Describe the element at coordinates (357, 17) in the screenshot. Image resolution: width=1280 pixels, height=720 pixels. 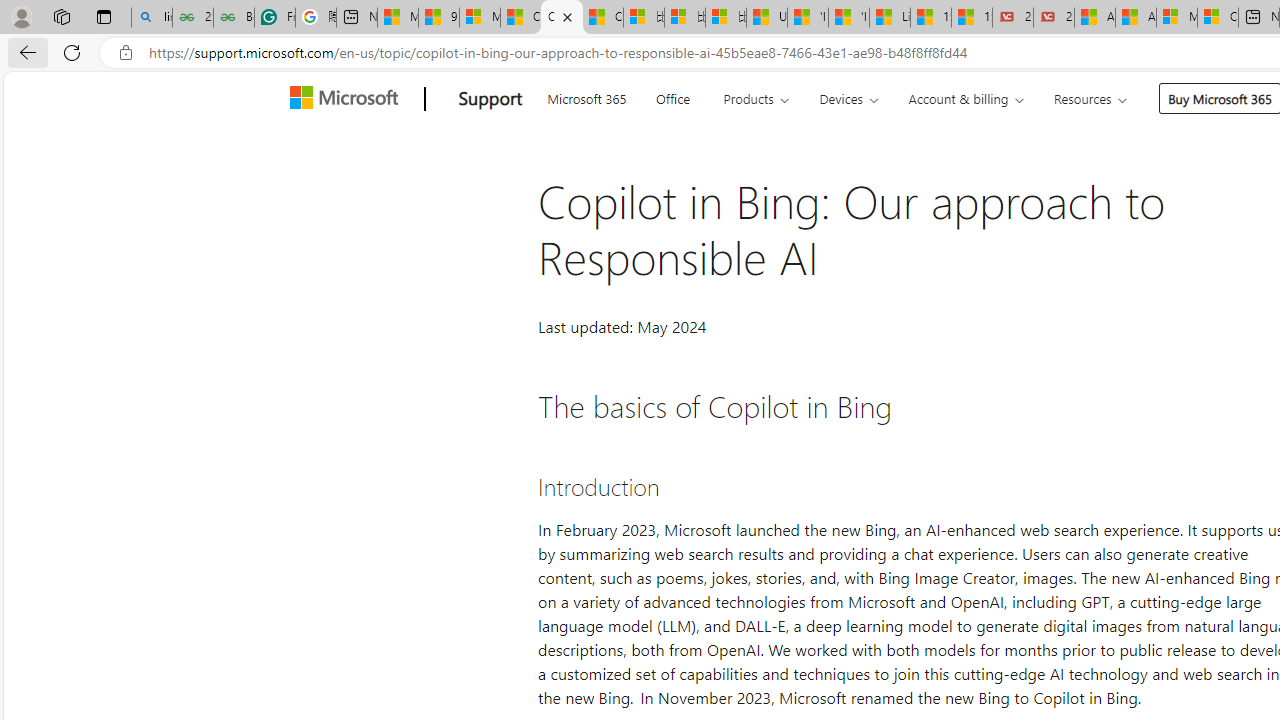
I see `'New tab'` at that location.